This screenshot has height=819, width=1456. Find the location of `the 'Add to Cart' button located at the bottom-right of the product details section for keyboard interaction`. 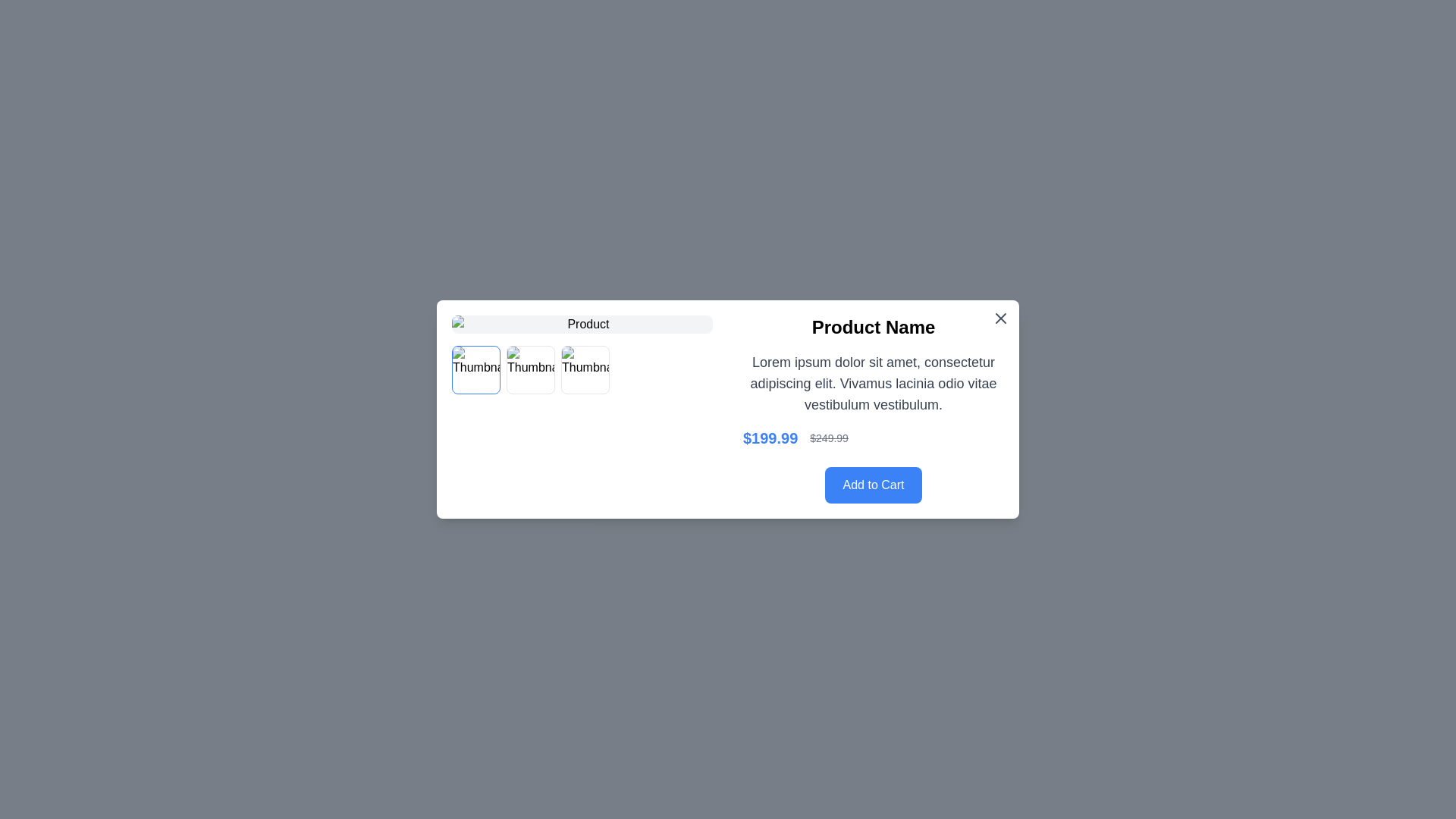

the 'Add to Cart' button located at the bottom-right of the product details section for keyboard interaction is located at coordinates (874, 485).